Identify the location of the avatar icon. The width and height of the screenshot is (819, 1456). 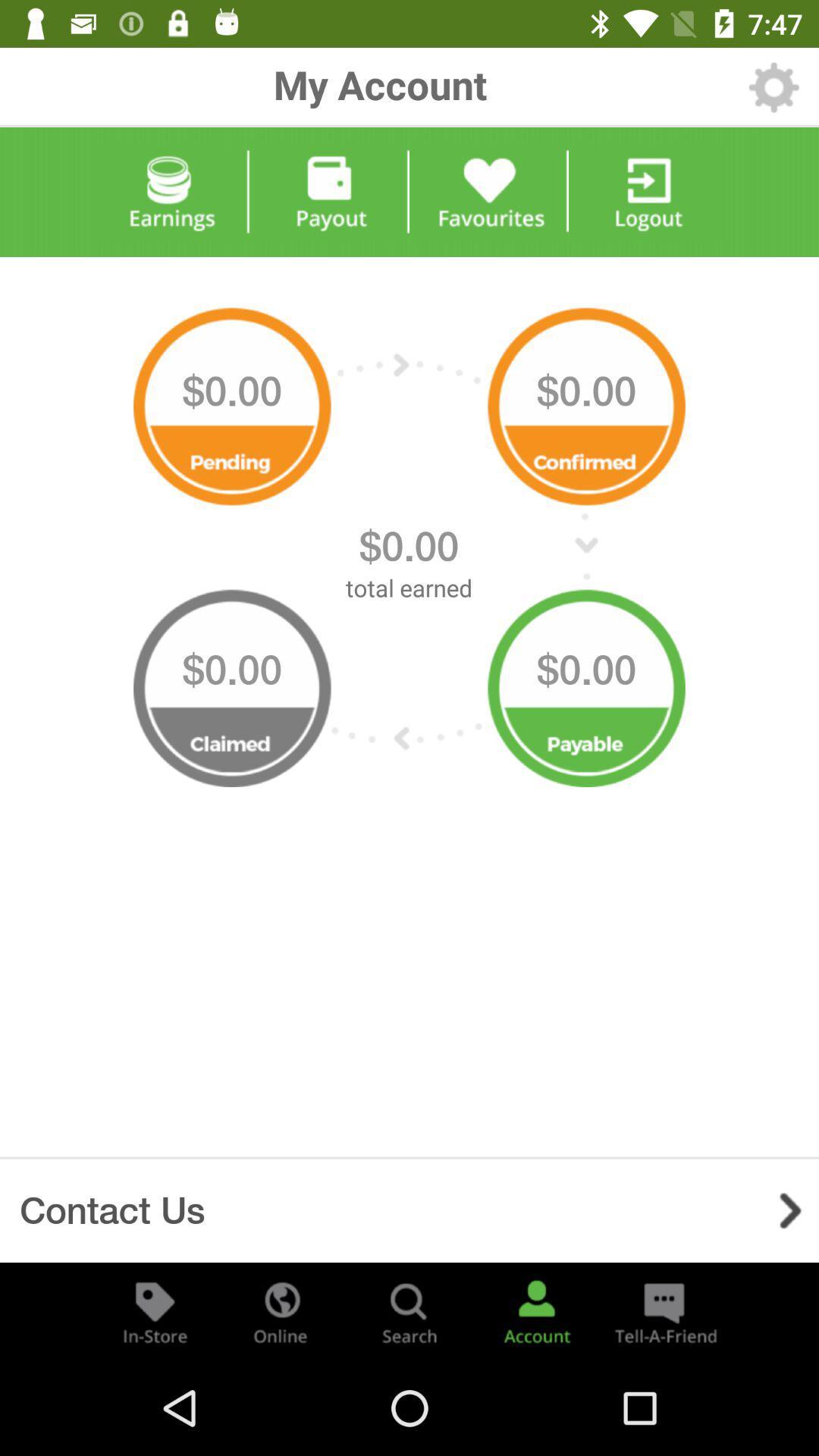
(536, 1310).